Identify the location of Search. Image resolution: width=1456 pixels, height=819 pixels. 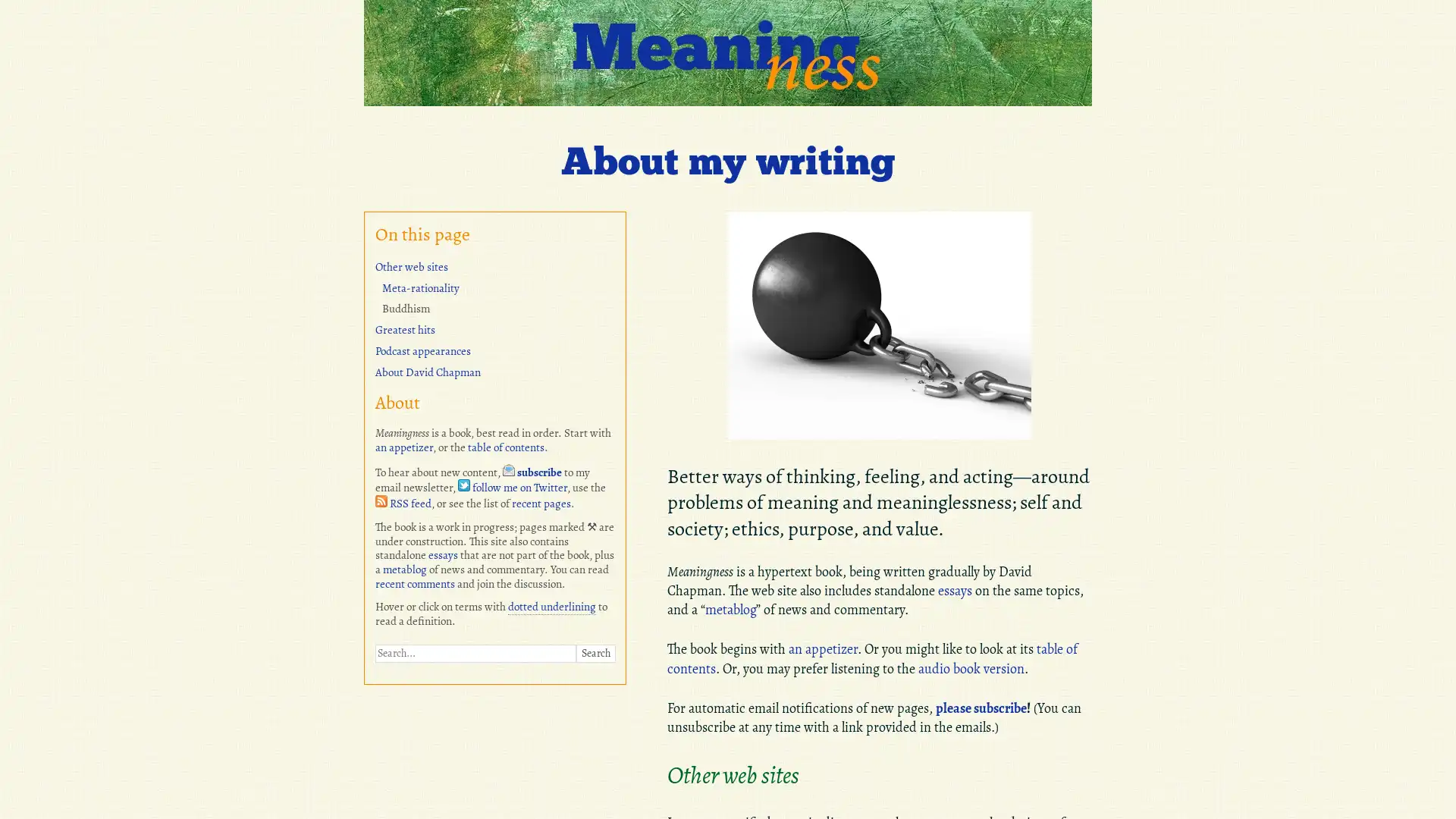
(595, 651).